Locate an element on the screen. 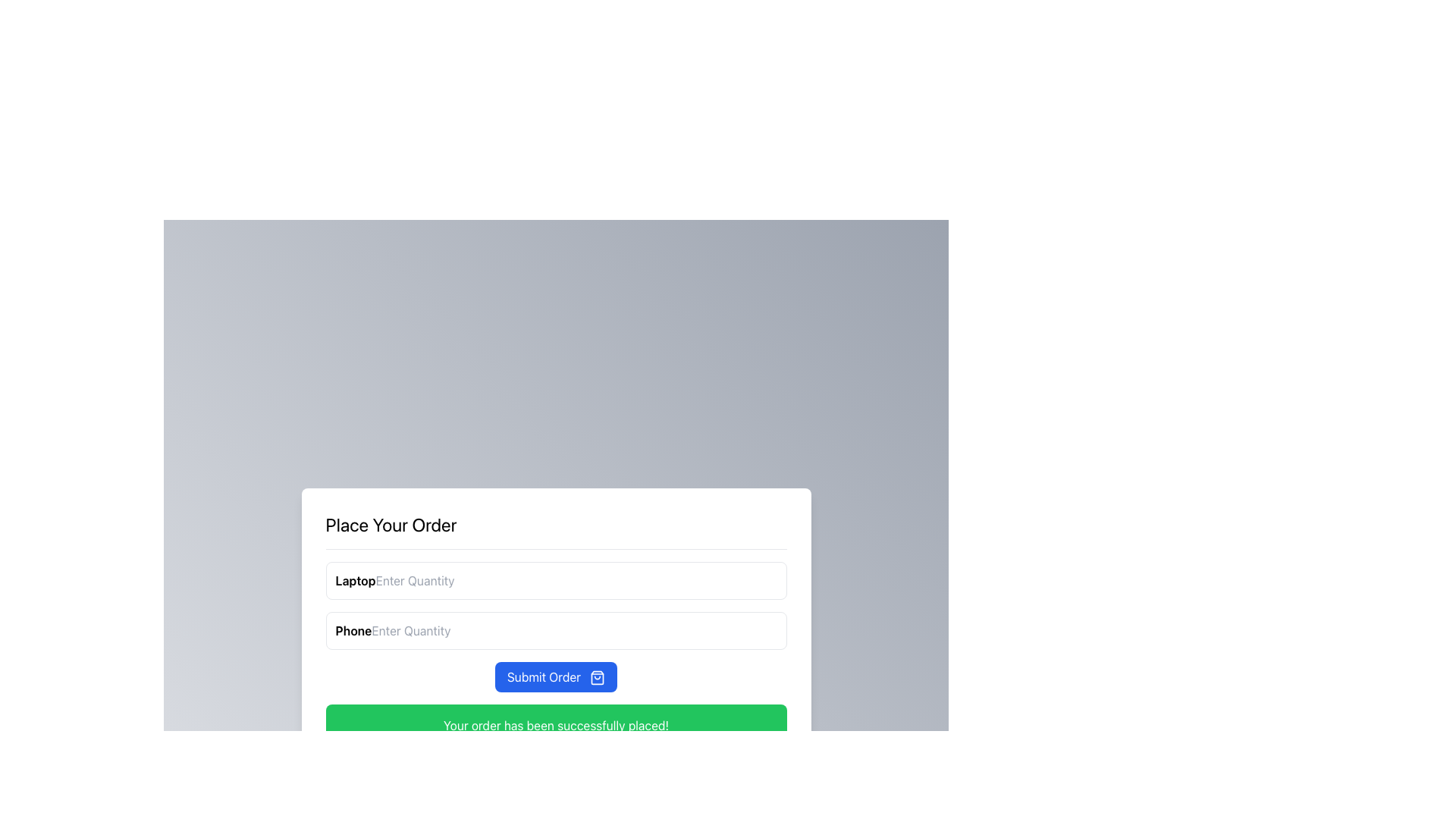 The width and height of the screenshot is (1456, 819). the submit button located below the quantity input for the 'Phone' item in the form is located at coordinates (555, 676).